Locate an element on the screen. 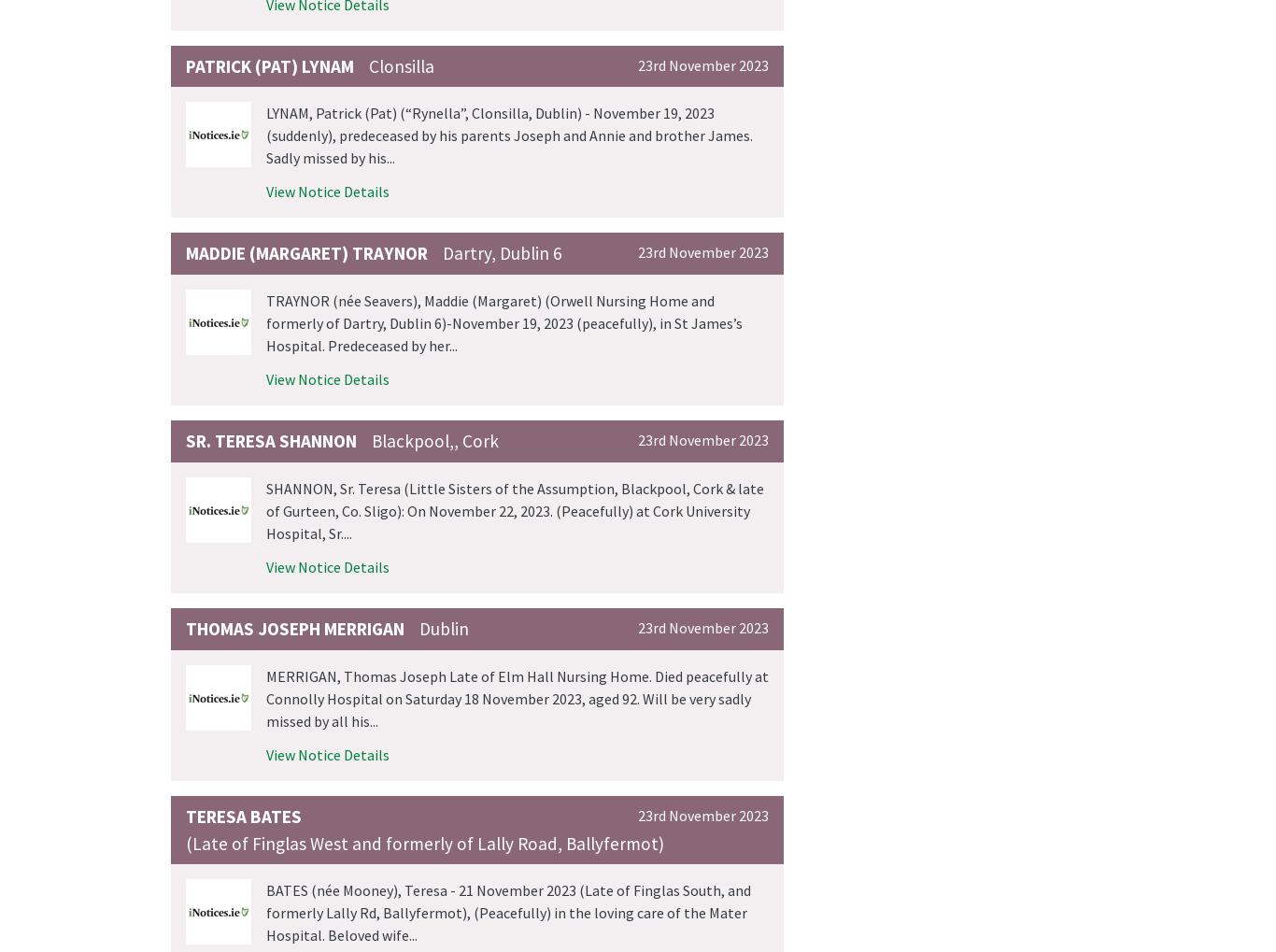 The image size is (1276, 952). 'Clonsilla' is located at coordinates (401, 65).